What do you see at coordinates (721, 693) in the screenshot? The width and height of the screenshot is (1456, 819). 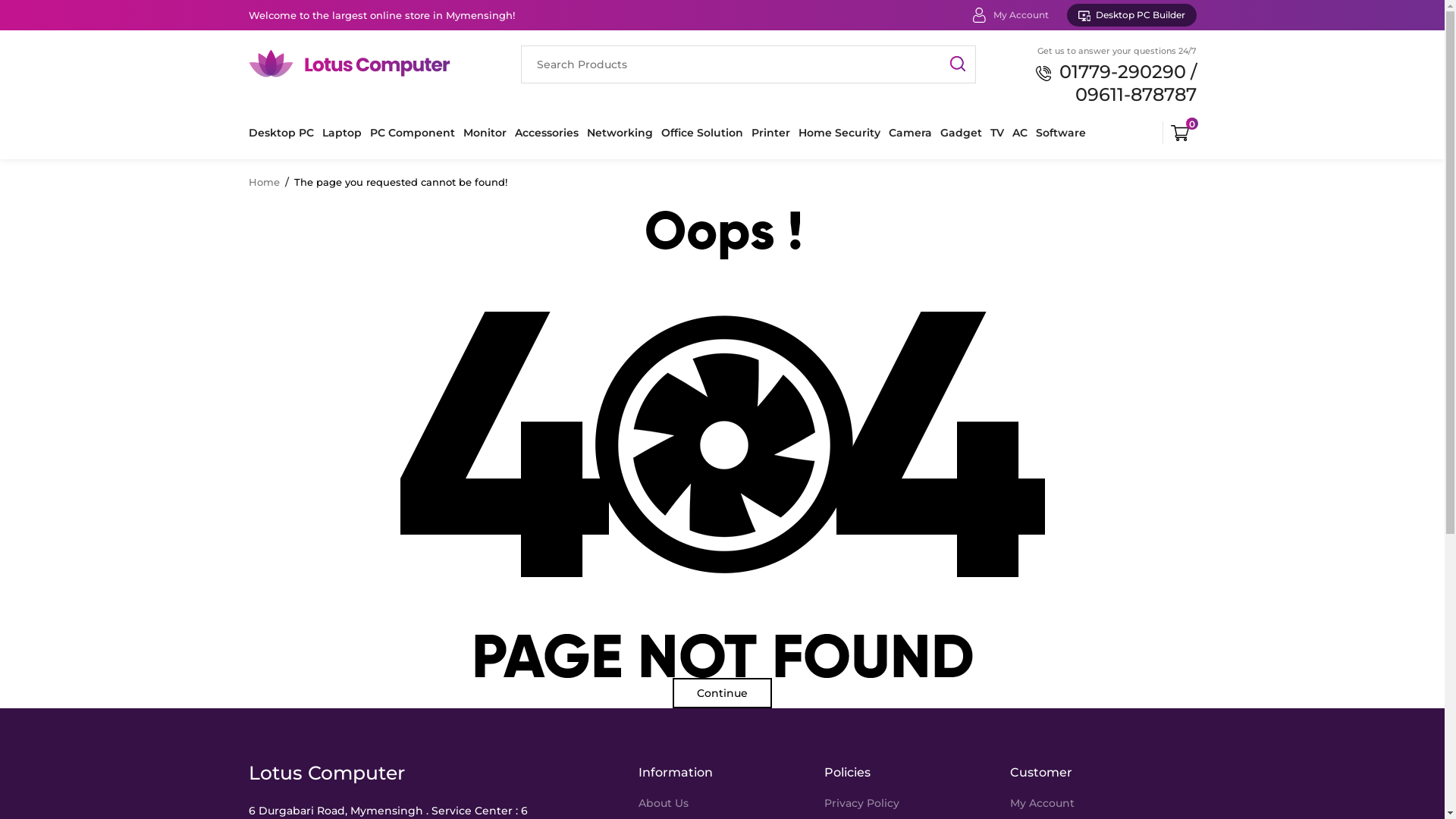 I see `'Continue'` at bounding box center [721, 693].